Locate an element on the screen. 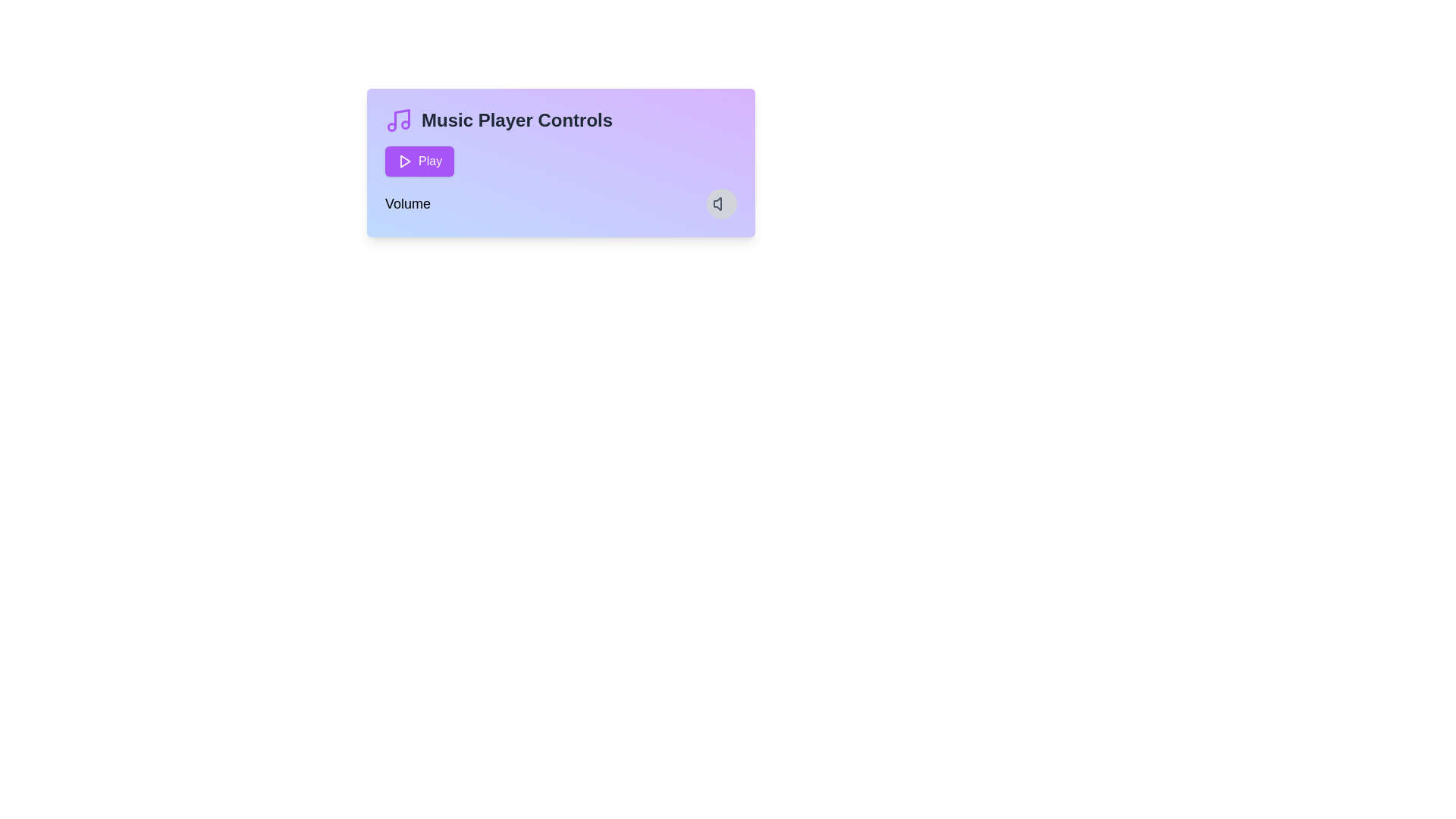 The width and height of the screenshot is (1456, 819). the purple musical note icon, which is a vertical line with a slight curve at the base, located near the top-left corner of the interface, to the left of the 'Music Player Controls' text is located at coordinates (402, 118).